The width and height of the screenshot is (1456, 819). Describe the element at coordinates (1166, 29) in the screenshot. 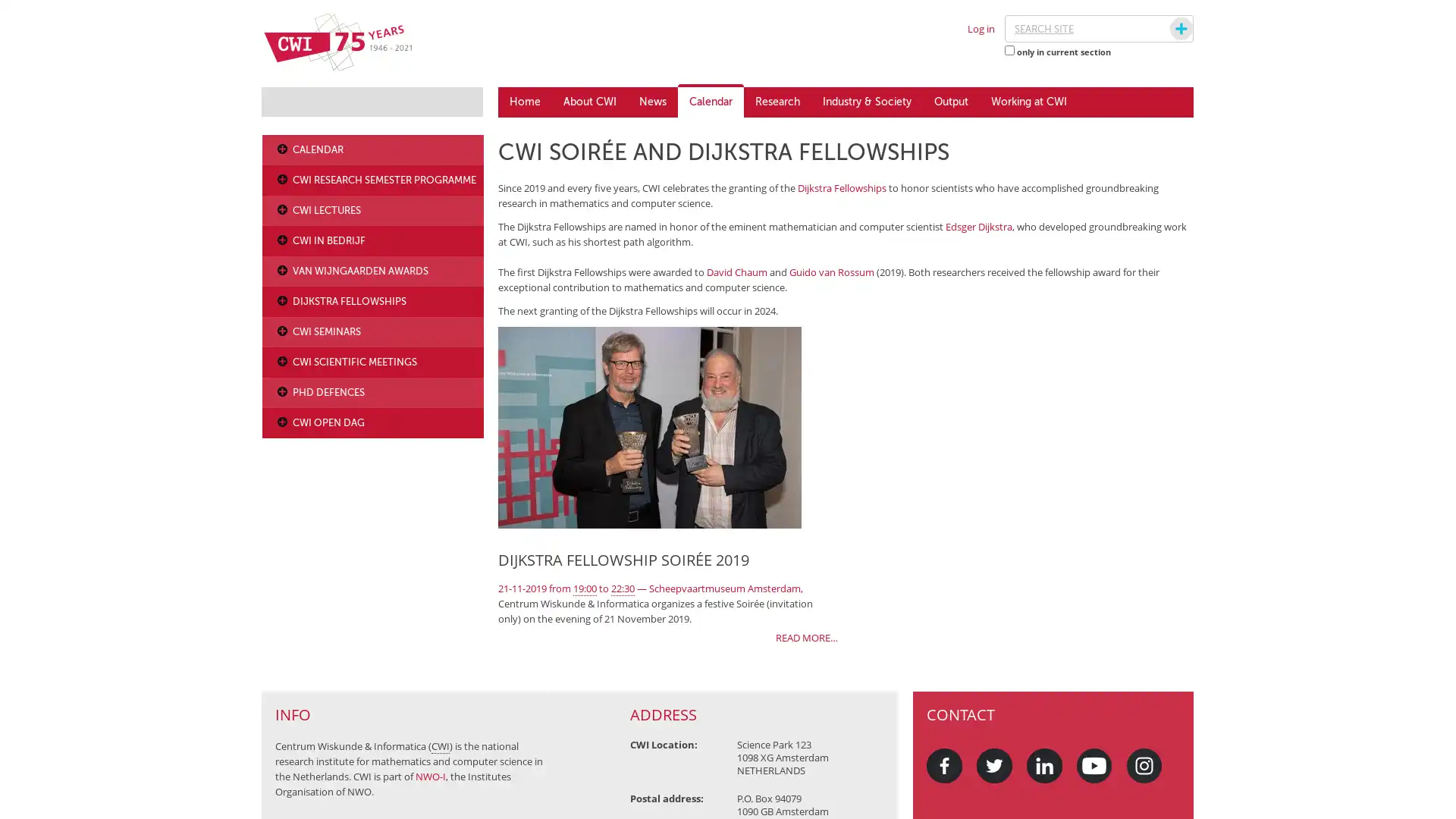

I see `Search` at that location.